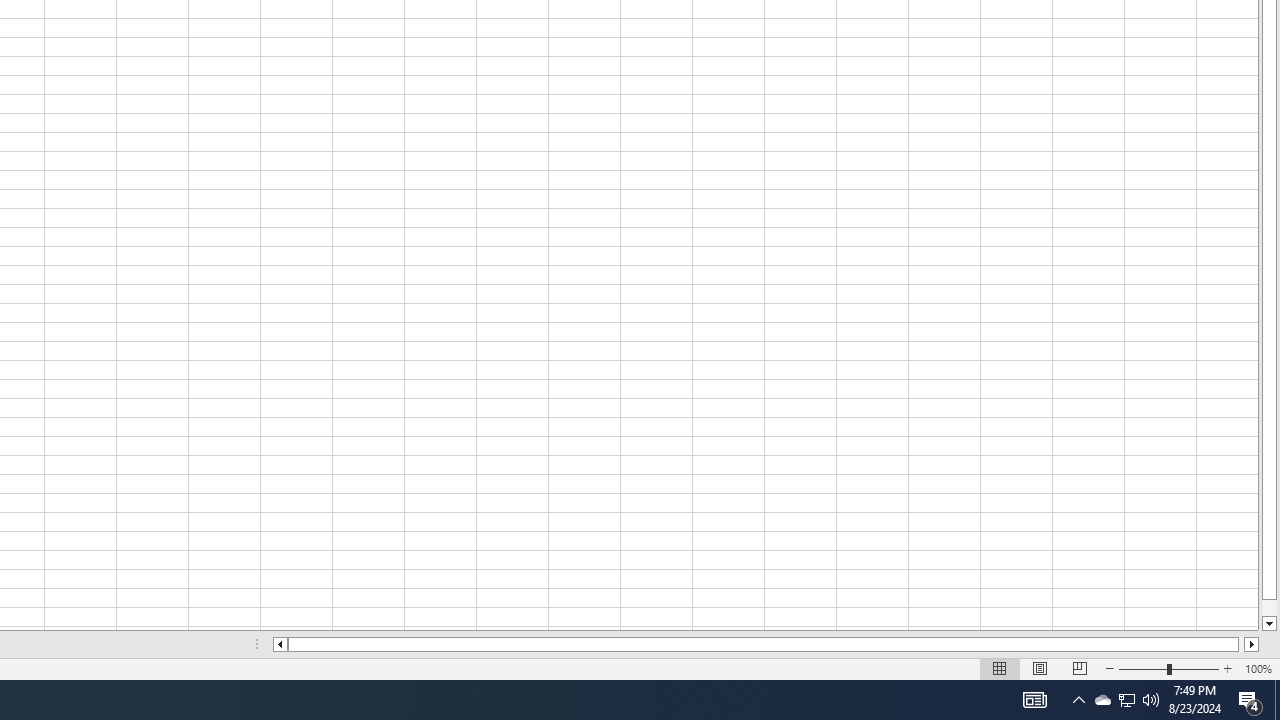  What do you see at coordinates (1251, 644) in the screenshot?
I see `'Column right'` at bounding box center [1251, 644].